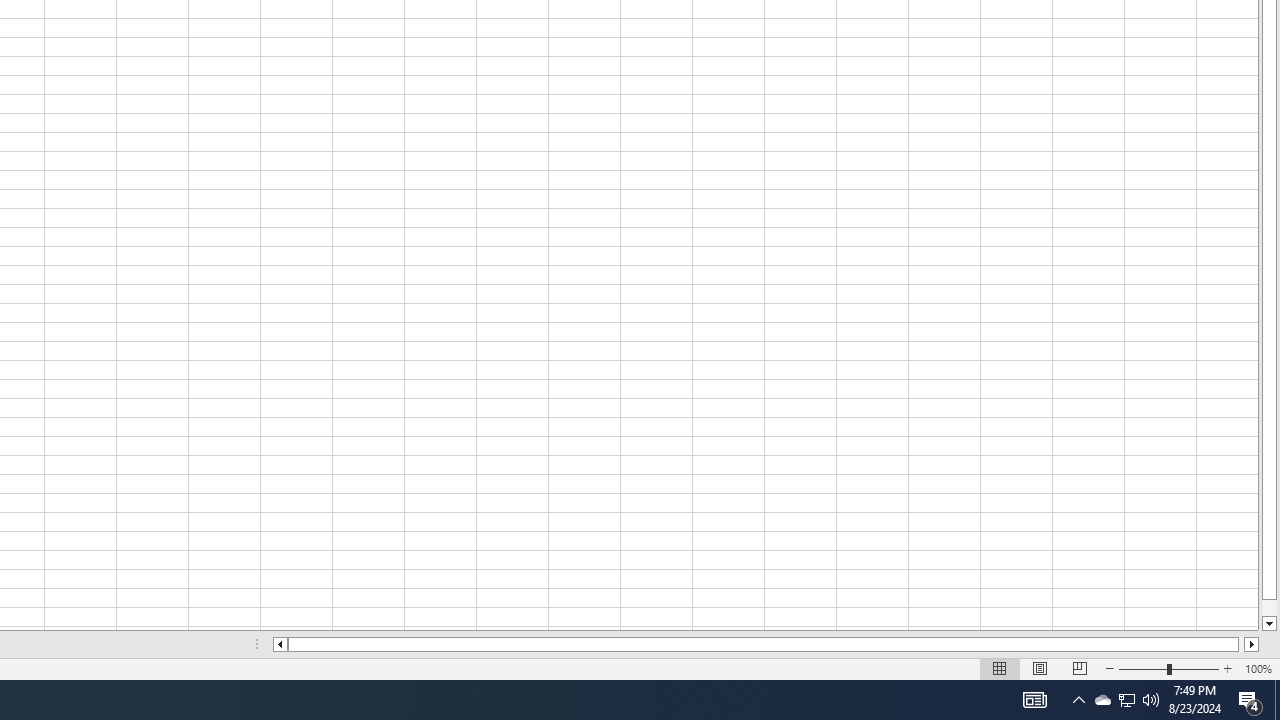  What do you see at coordinates (1251, 644) in the screenshot?
I see `'Column right'` at bounding box center [1251, 644].